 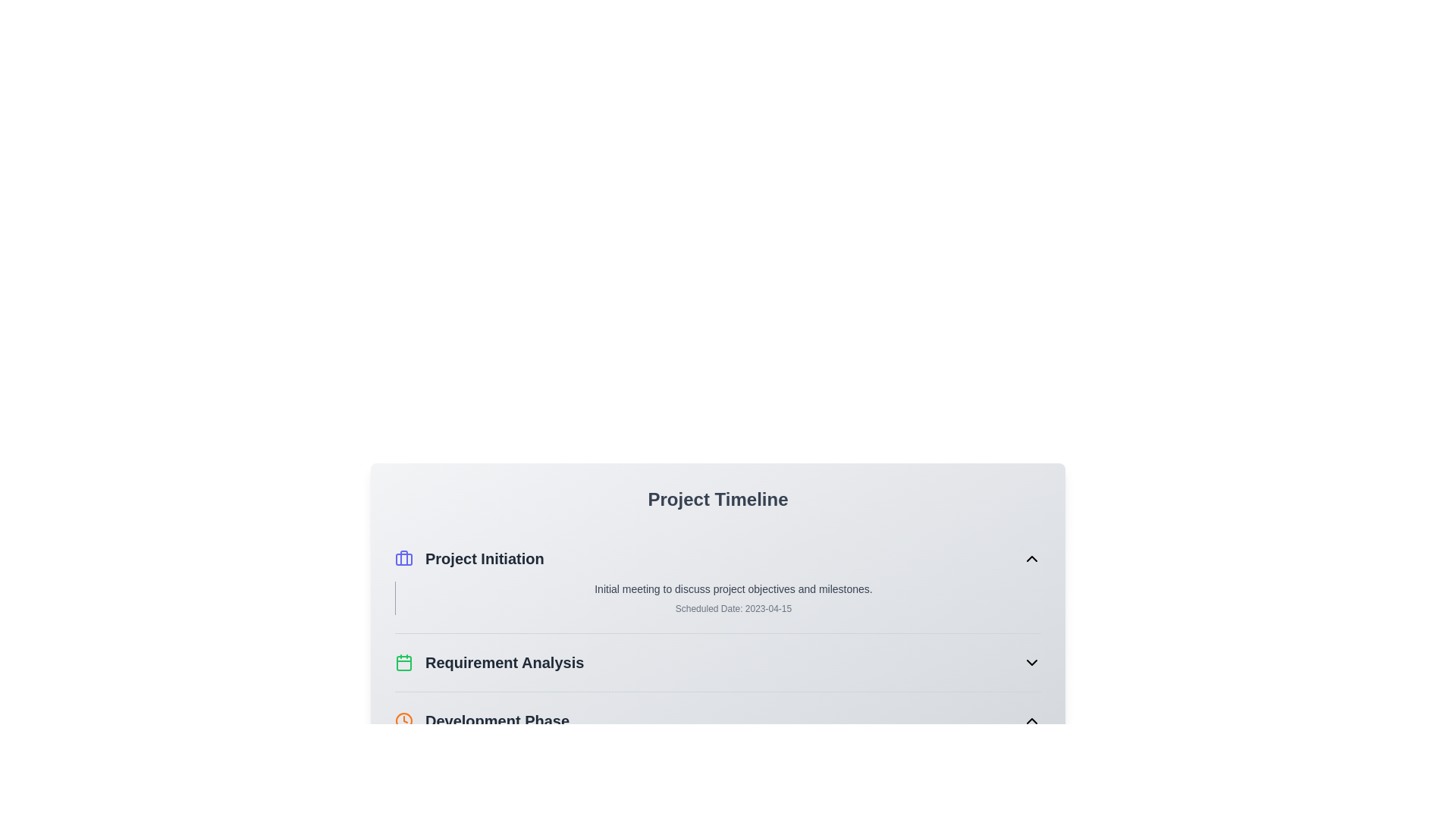 What do you see at coordinates (403, 720) in the screenshot?
I see `the circular graphical icon representing a clock face, which has an orange color and is part of a minimalistic icon style, located in the detailed timeline interface near the 'Development Phase' label` at bounding box center [403, 720].